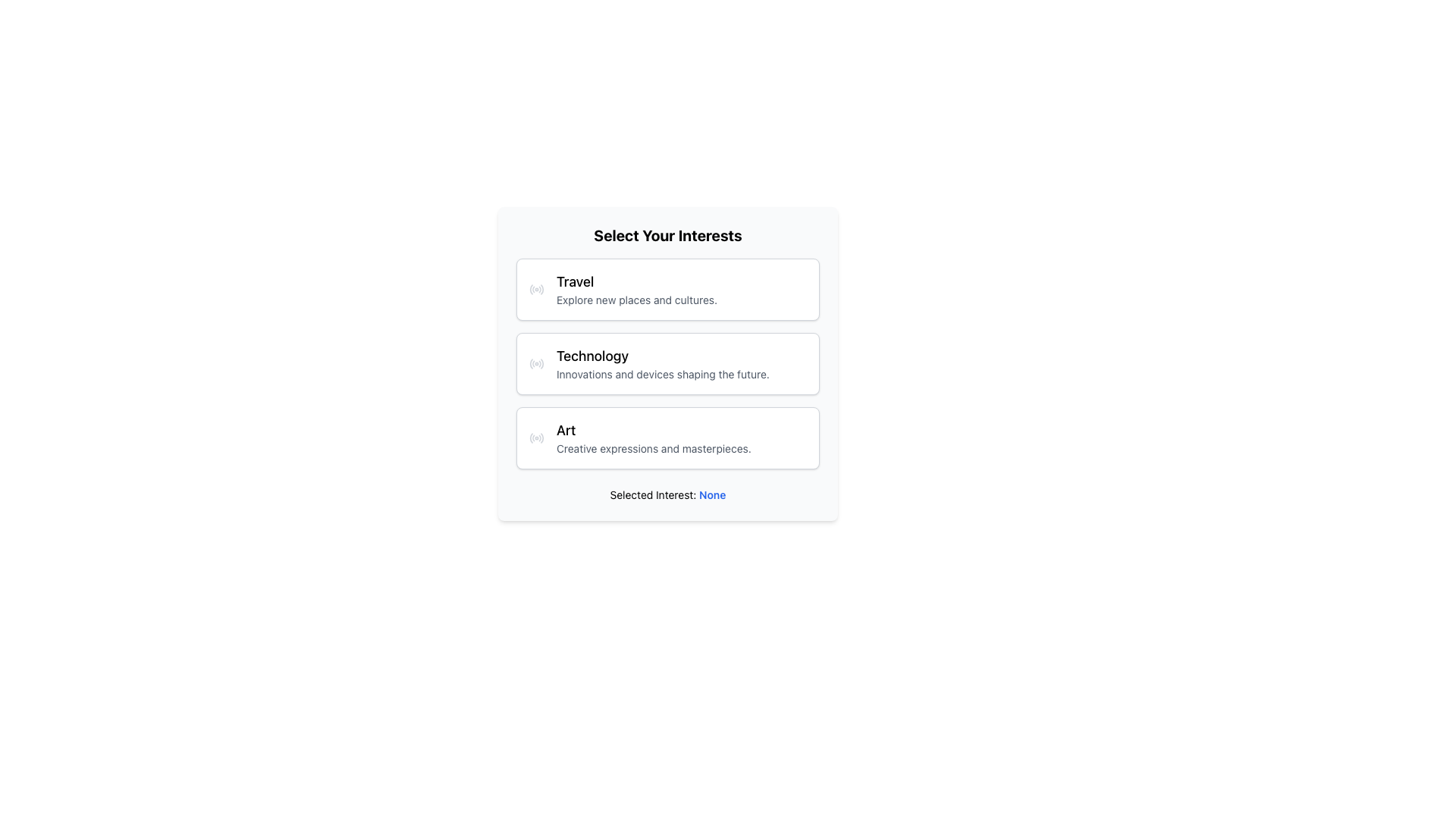 The height and width of the screenshot is (819, 1456). What do you see at coordinates (667, 363) in the screenshot?
I see `to select the text block displaying 'Technology' in the selectable list of interests` at bounding box center [667, 363].